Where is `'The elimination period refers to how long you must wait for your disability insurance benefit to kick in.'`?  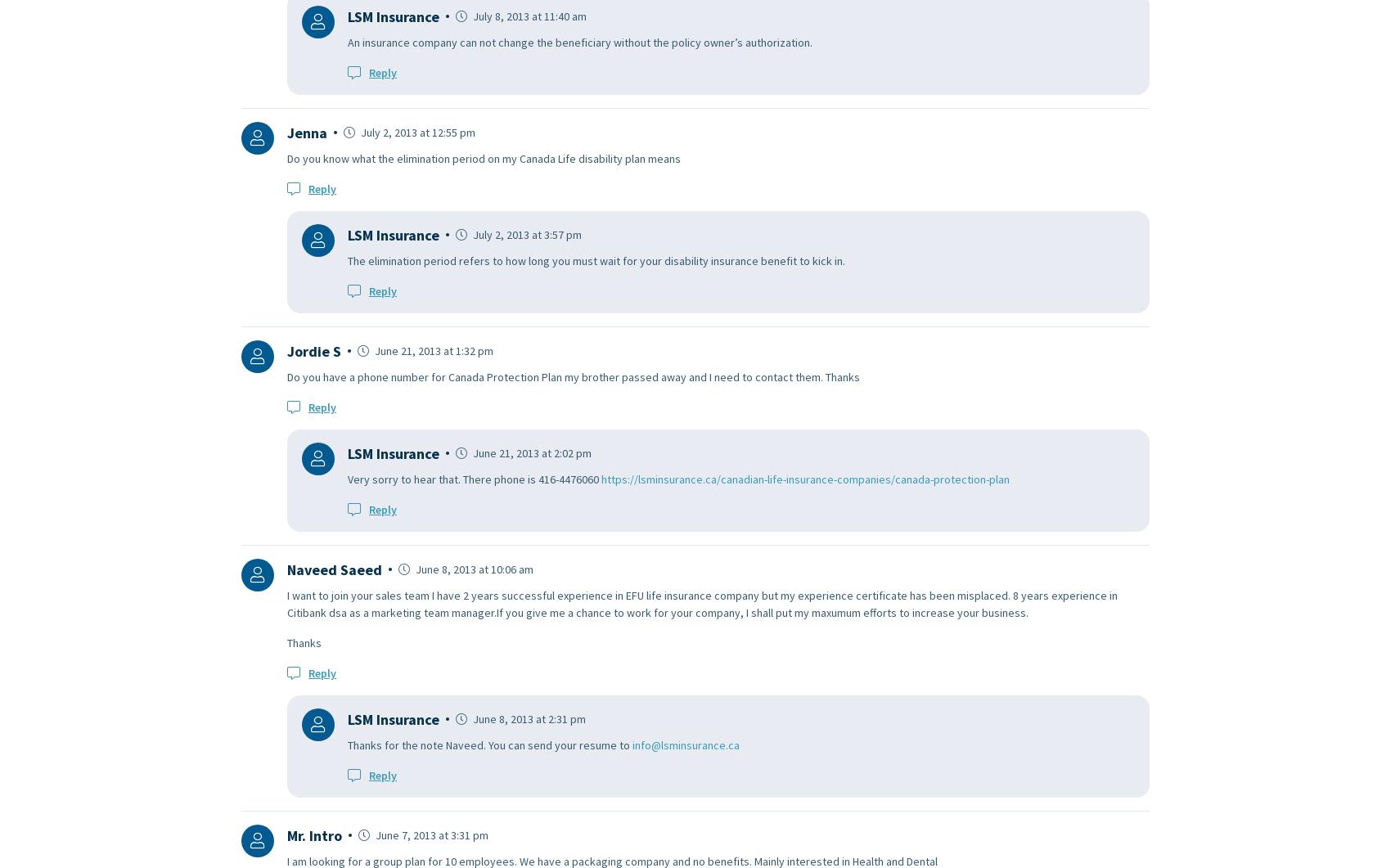
'The elimination period refers to how long you must wait for your disability insurance benefit to kick in.' is located at coordinates (596, 259).